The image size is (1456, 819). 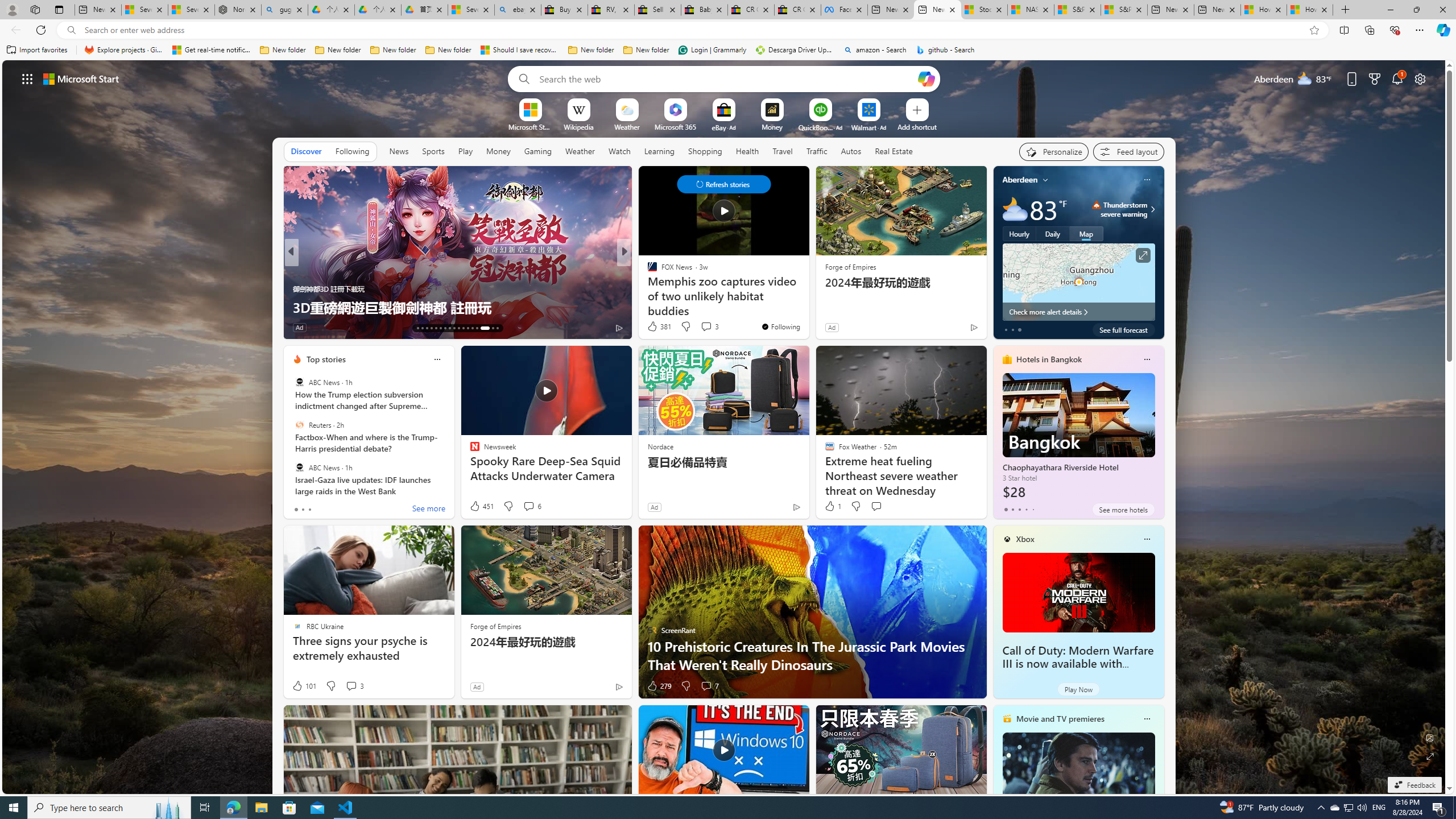 I want to click on 'Notifications', so click(x=1397, y=78).